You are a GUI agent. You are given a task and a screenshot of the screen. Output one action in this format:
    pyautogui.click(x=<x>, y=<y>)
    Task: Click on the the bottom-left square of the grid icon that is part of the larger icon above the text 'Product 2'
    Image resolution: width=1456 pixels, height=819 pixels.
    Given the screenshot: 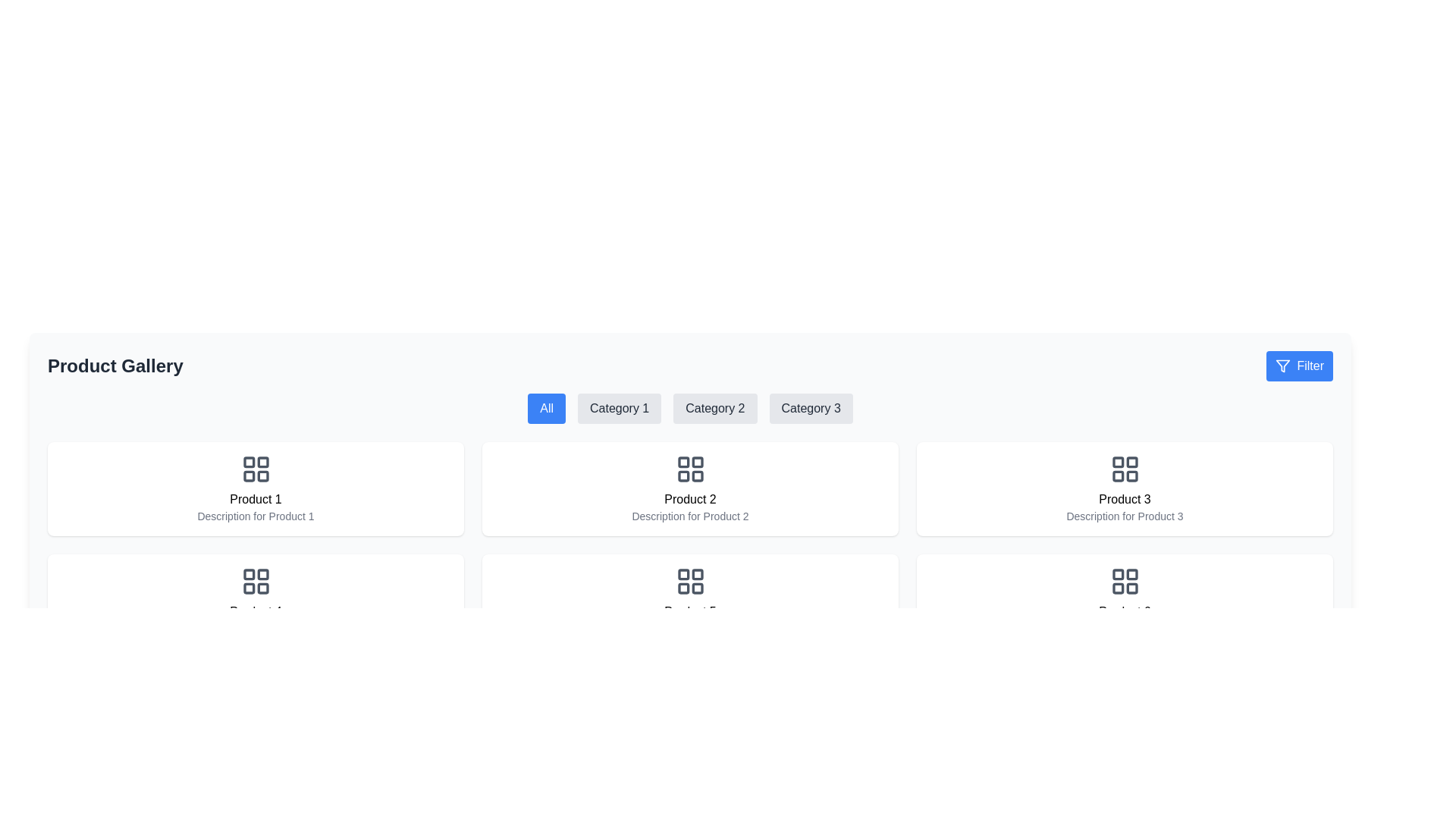 What is the action you would take?
    pyautogui.click(x=682, y=475)
    